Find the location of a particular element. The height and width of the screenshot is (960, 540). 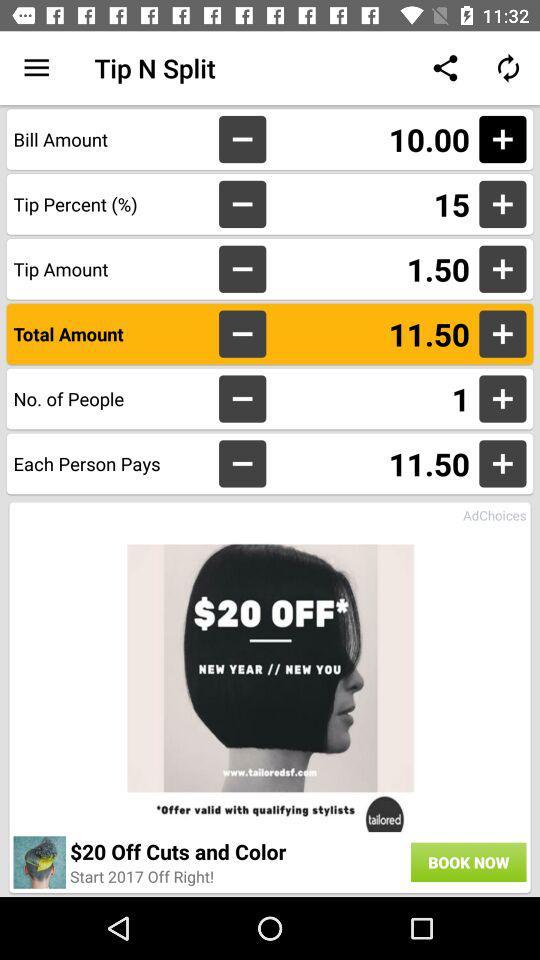

11.00 item is located at coordinates (372, 138).